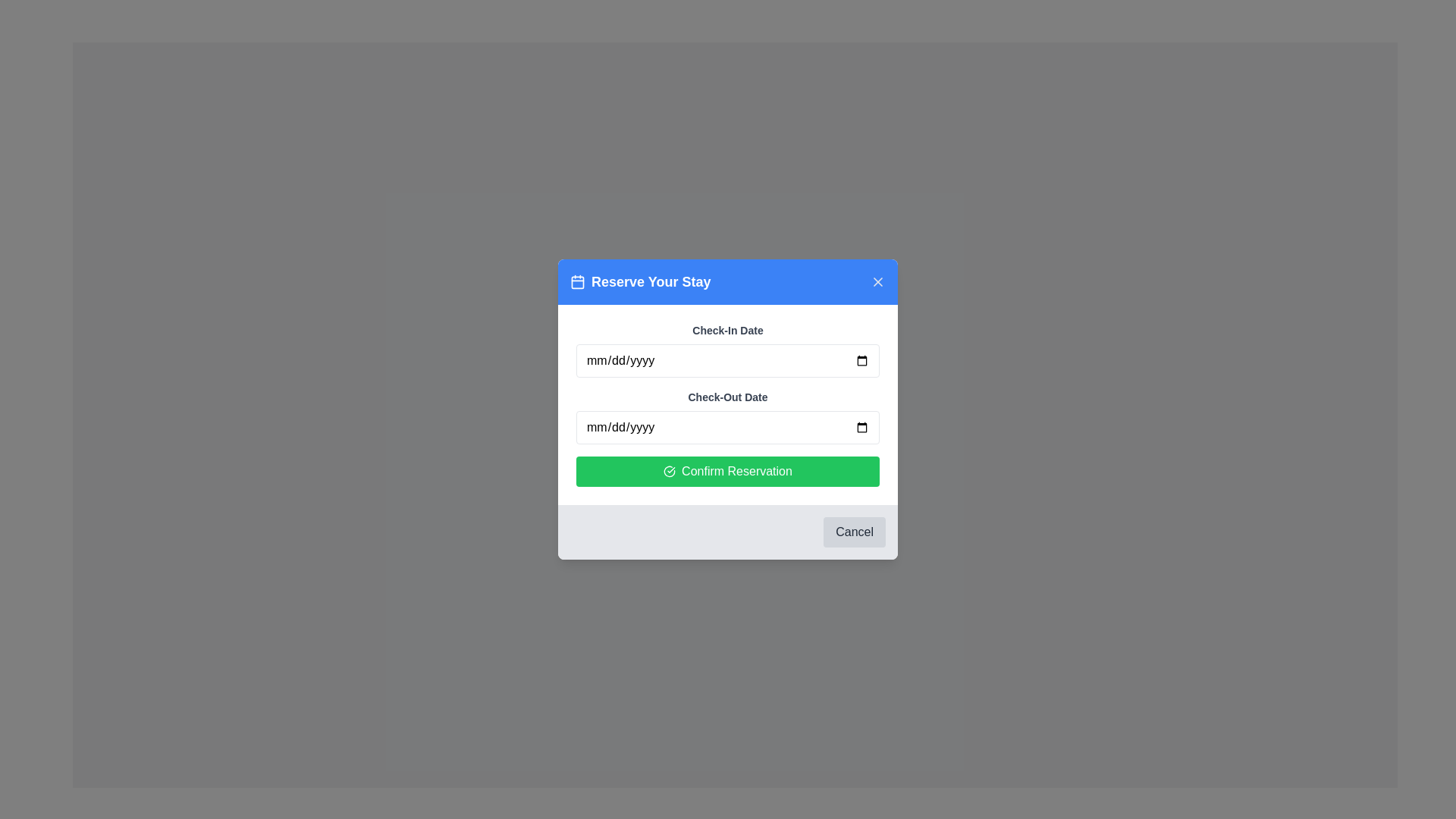 The image size is (1456, 819). I want to click on the informational text block at the top-left corner of the blue rectangular header bar in the modal dialog, which indicates the purpose of the dialog for reserving a stay, so click(640, 281).